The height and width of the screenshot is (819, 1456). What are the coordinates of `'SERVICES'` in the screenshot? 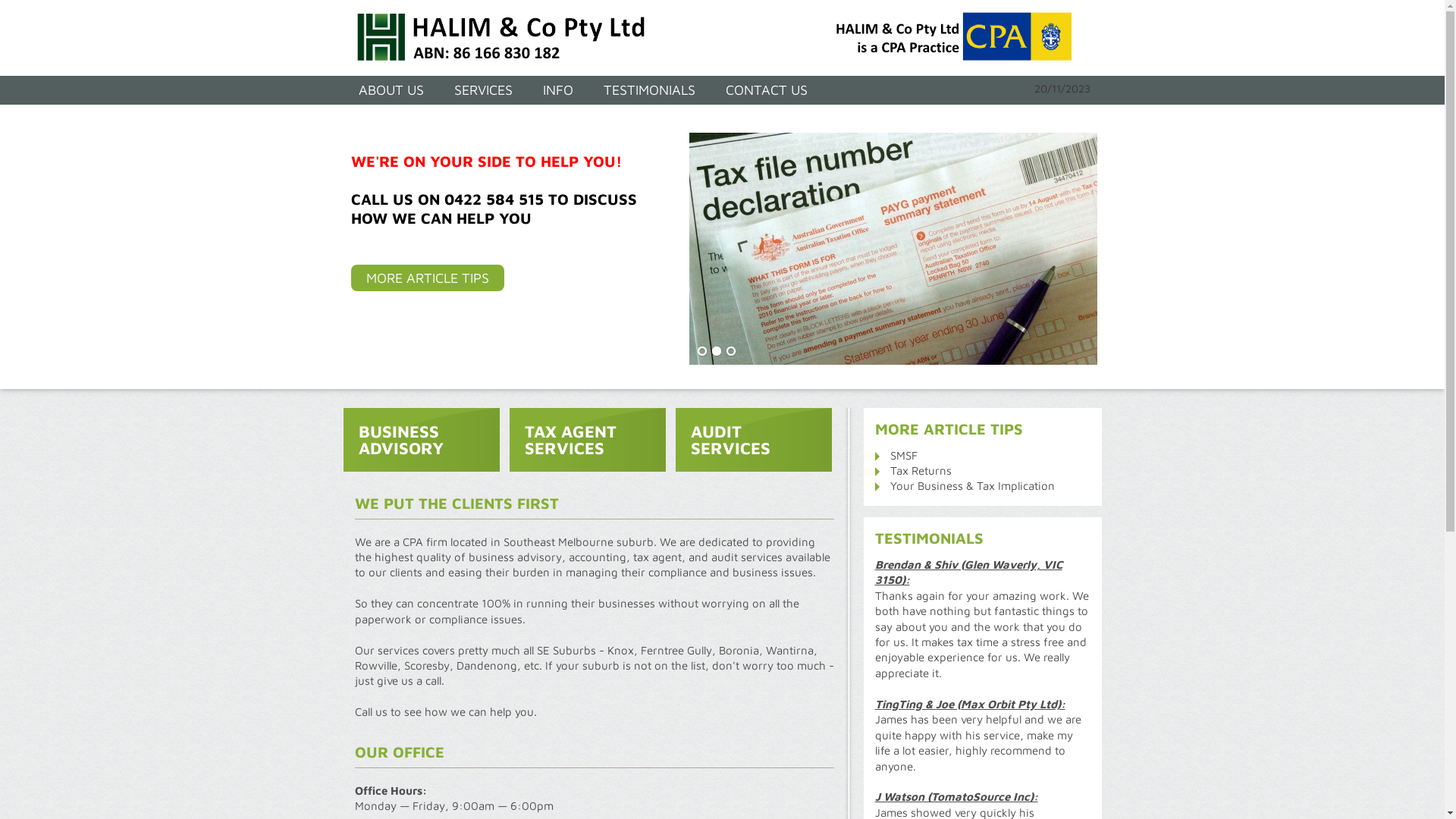 It's located at (482, 90).